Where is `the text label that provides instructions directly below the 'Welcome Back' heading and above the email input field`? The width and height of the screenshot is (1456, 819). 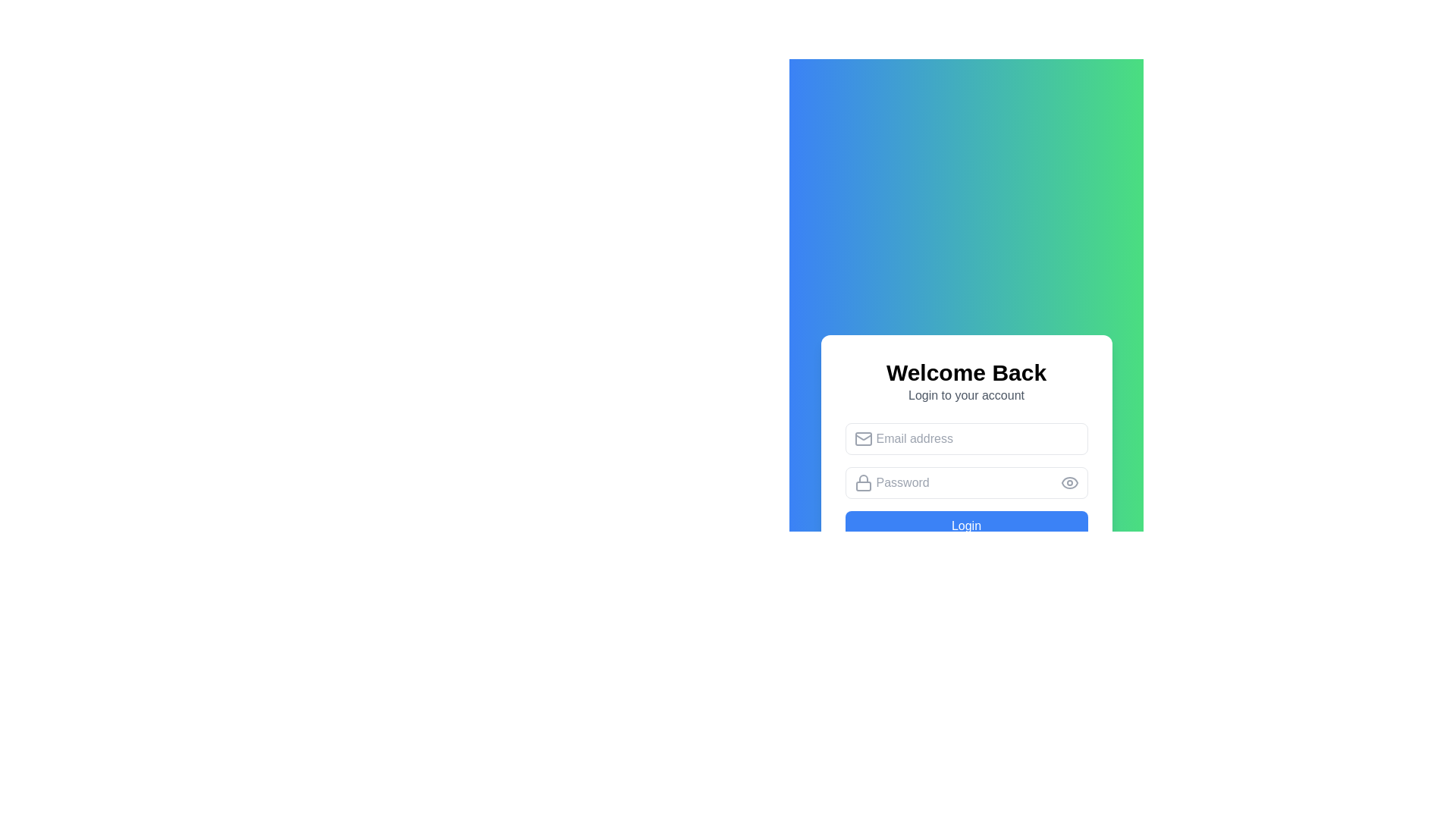
the text label that provides instructions directly below the 'Welcome Back' heading and above the email input field is located at coordinates (965, 394).